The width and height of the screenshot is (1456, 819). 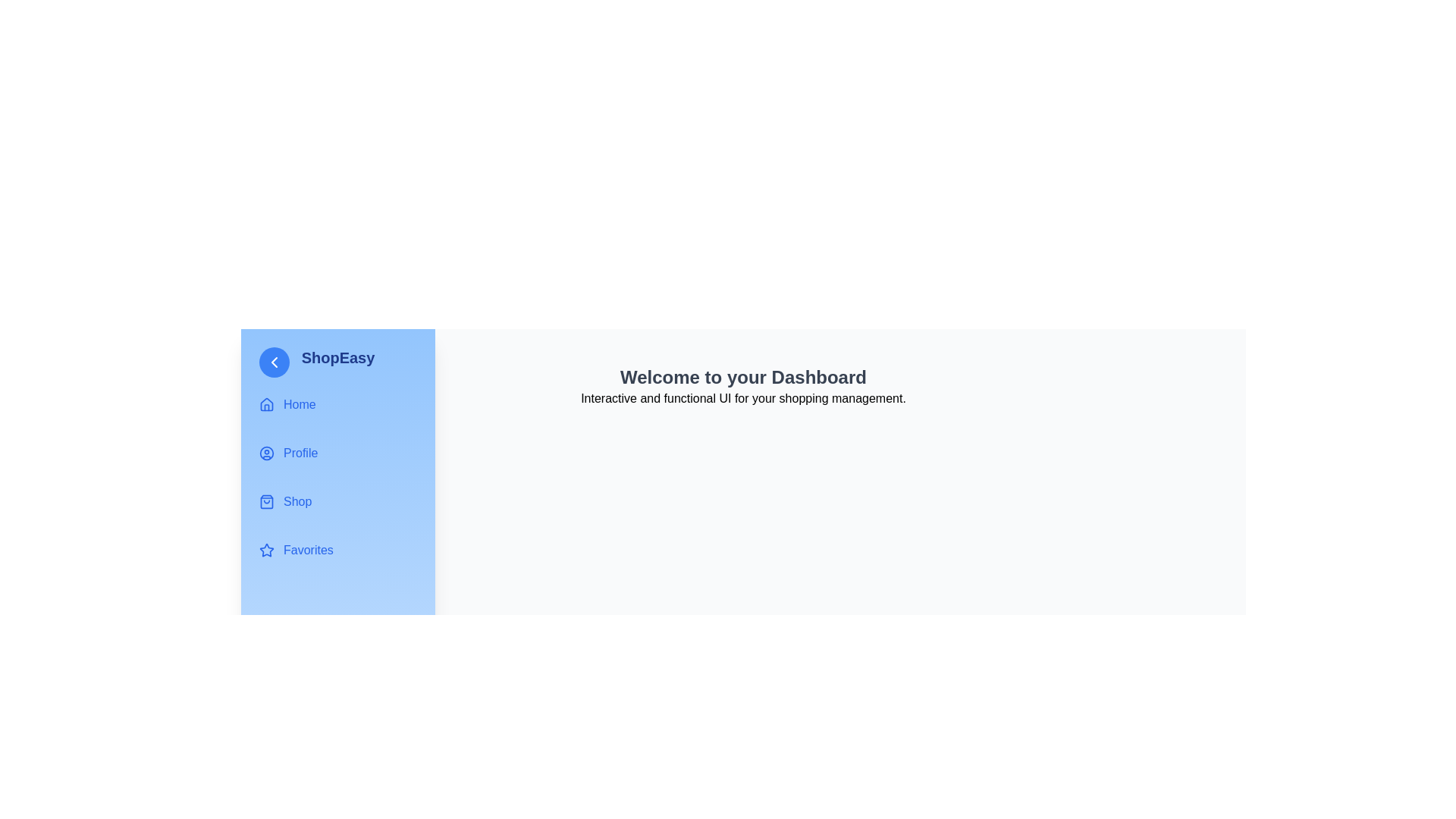 What do you see at coordinates (743, 397) in the screenshot?
I see `the text element reading 'Interactive and functional UI for your shopping management.' which is positioned directly below the title 'Welcome to your Dashboard'` at bounding box center [743, 397].